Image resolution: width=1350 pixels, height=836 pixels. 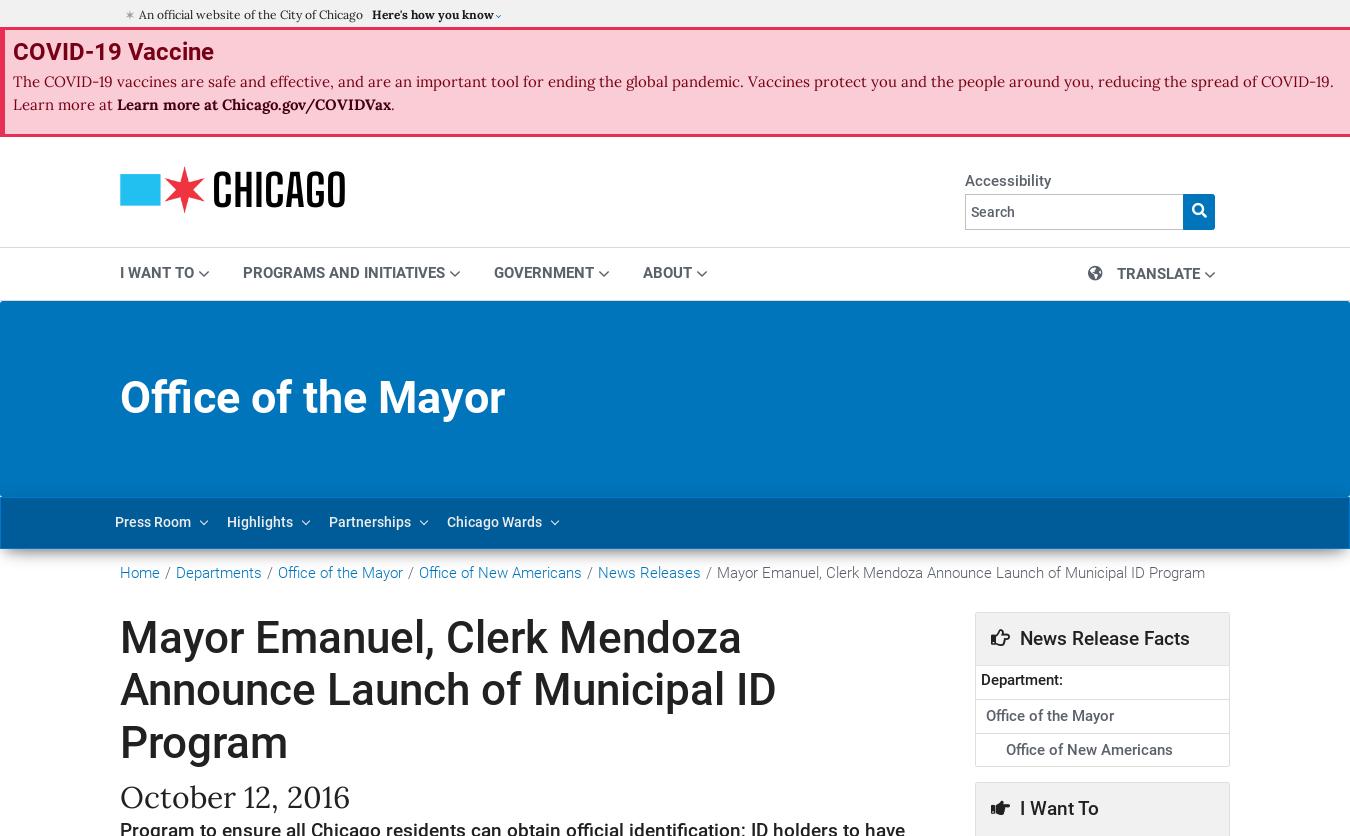 I want to click on 'Press Room', so click(x=152, y=521).